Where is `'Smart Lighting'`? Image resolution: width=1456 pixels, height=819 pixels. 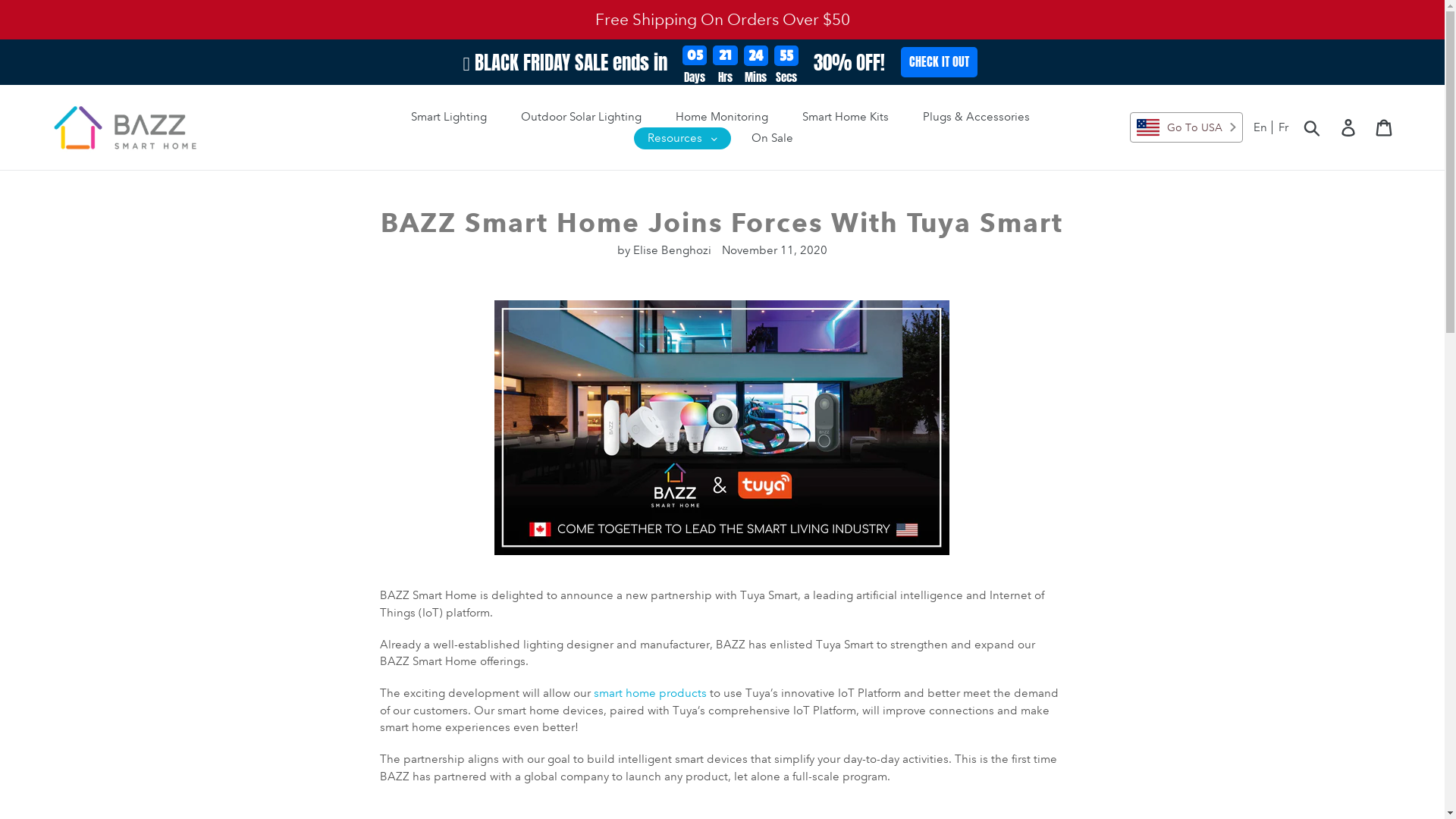 'Smart Lighting' is located at coordinates (397, 116).